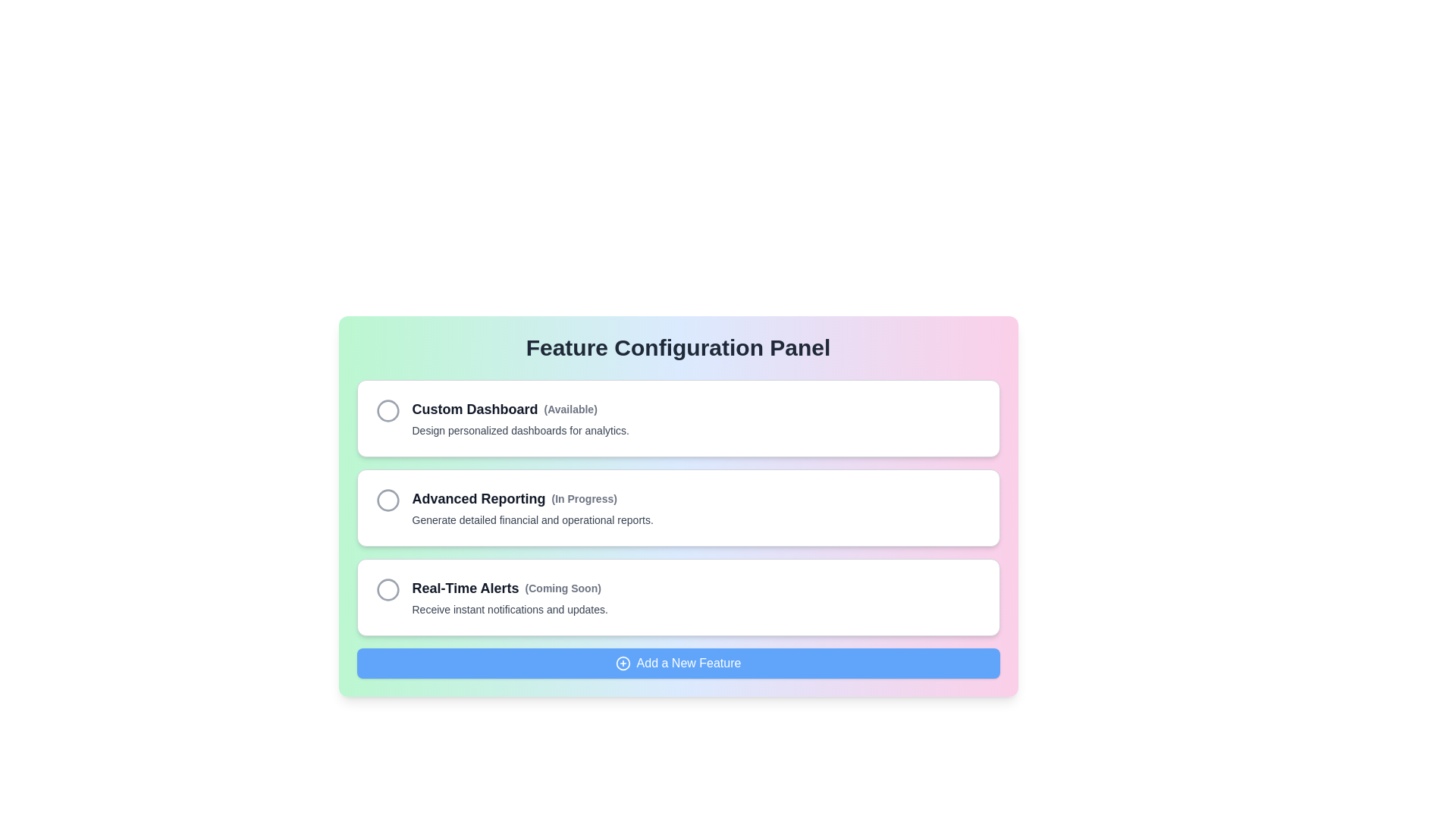 The height and width of the screenshot is (819, 1456). I want to click on the circular radio button, so click(677, 508).